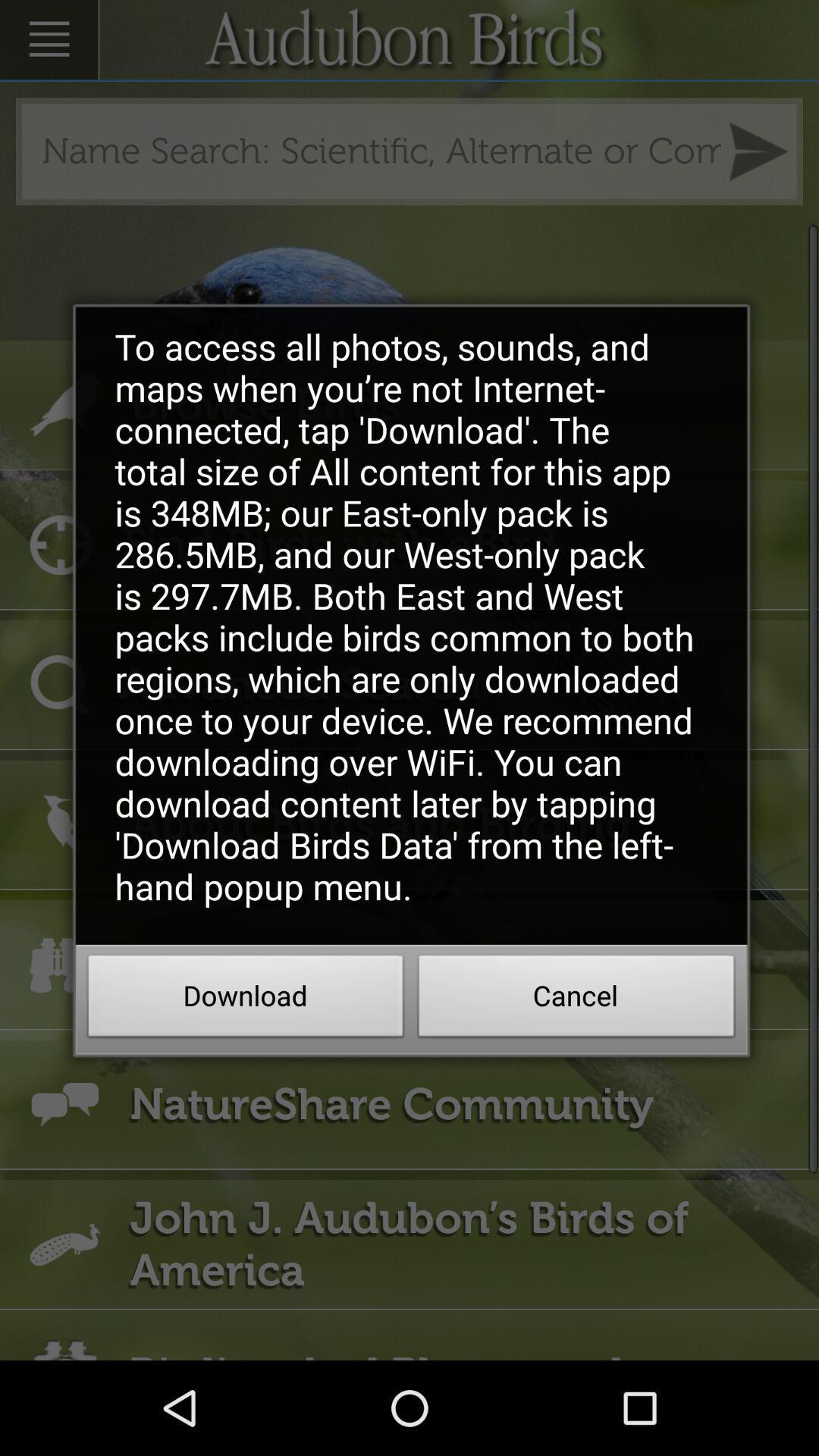 This screenshot has height=1456, width=819. I want to click on the icon at left side of natureshare community, so click(64, 1105).